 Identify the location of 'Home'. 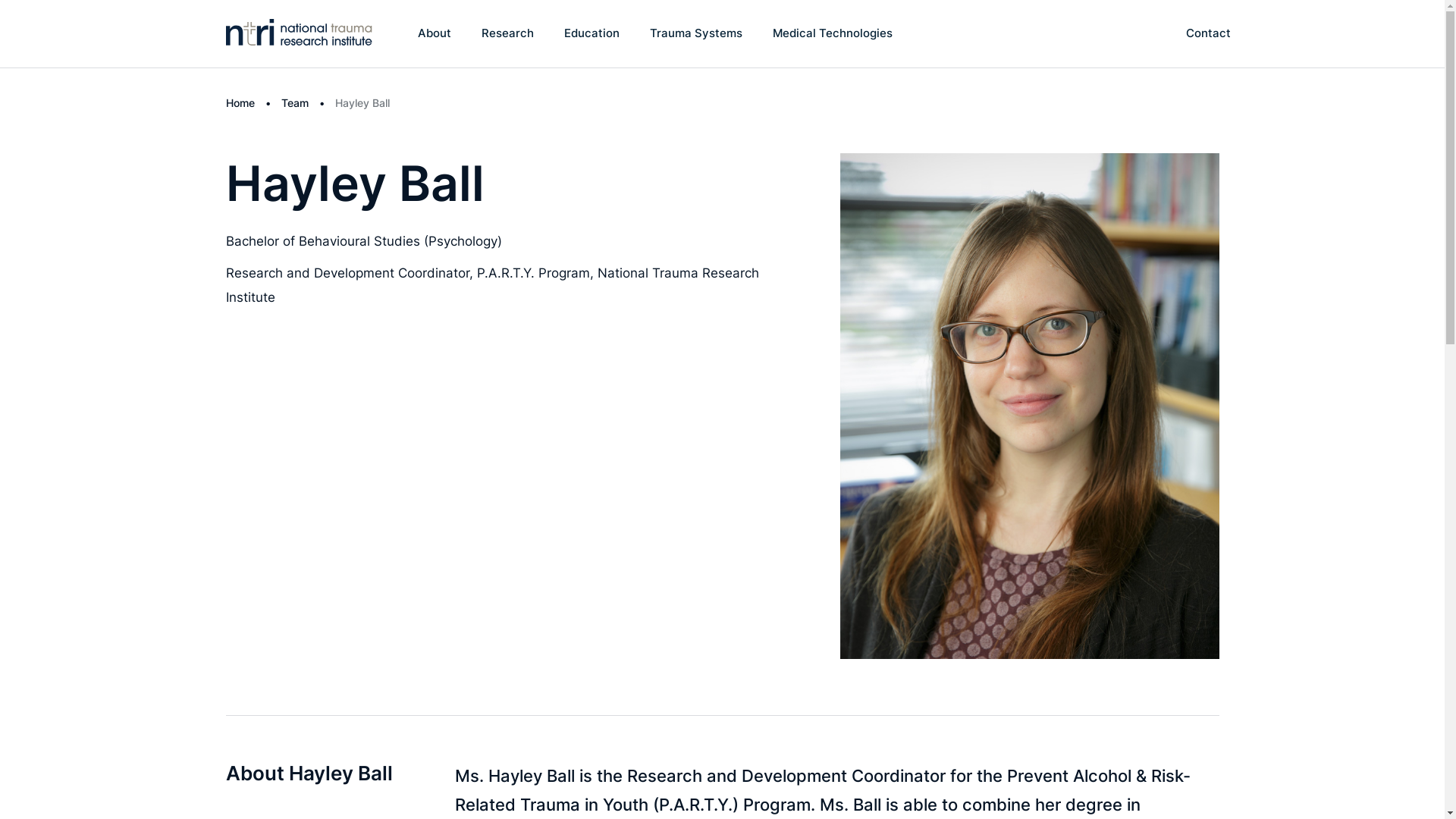
(239, 102).